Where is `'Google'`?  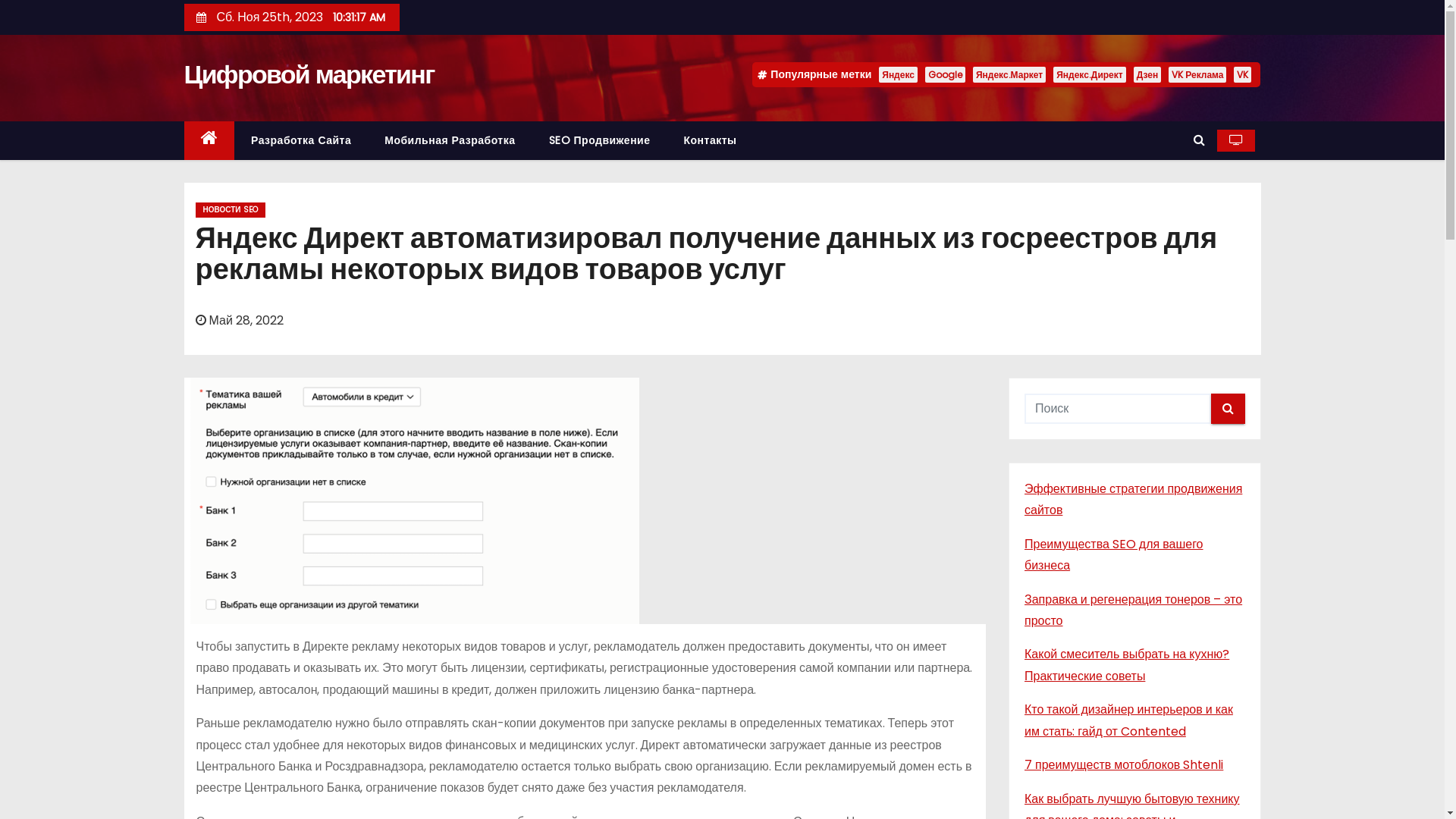 'Google' is located at coordinates (944, 74).